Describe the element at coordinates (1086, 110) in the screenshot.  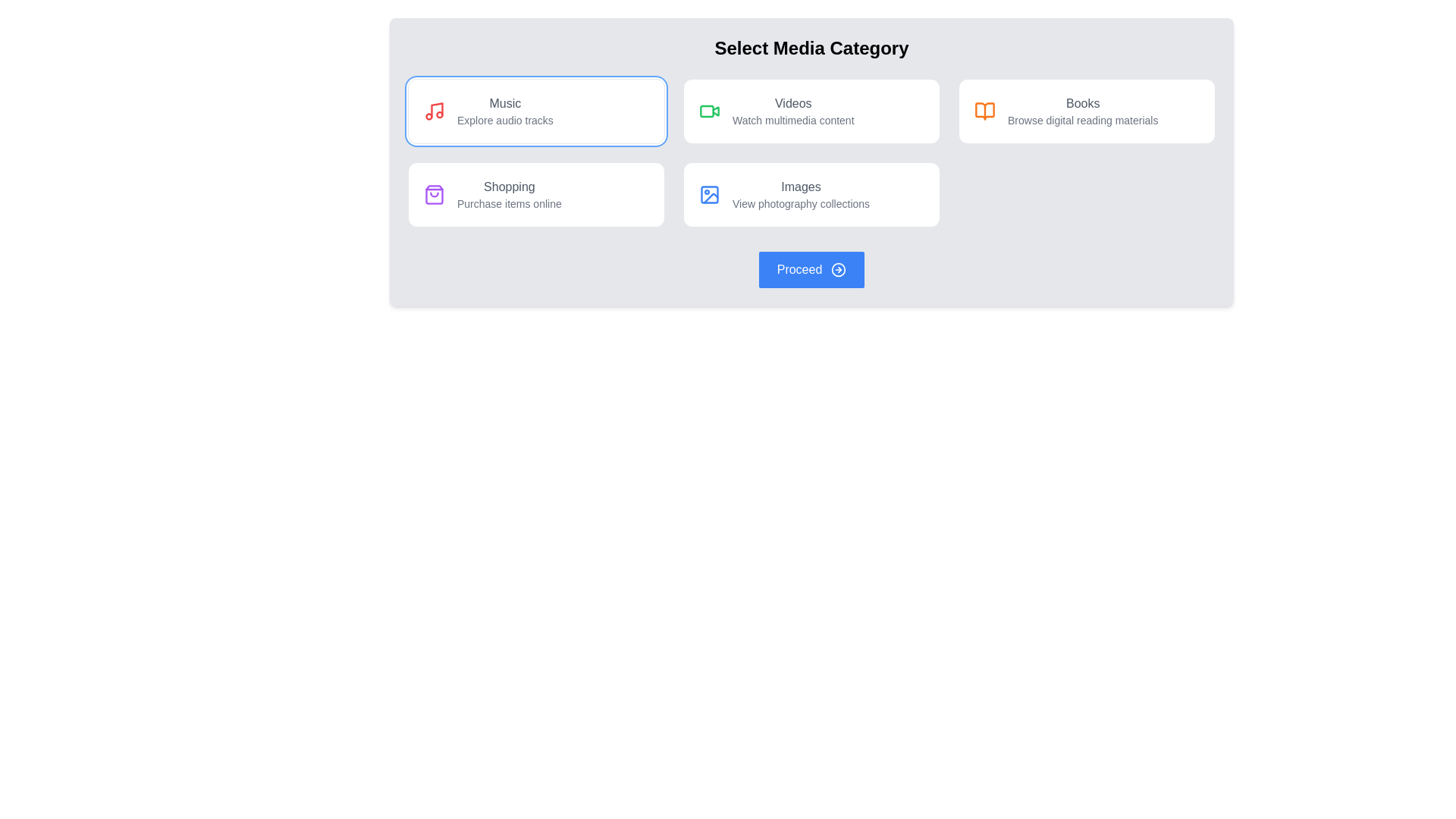
I see `the navigation card for exploring digital reading materials, located at the top-right of the grid layout, third card in the first row` at that location.